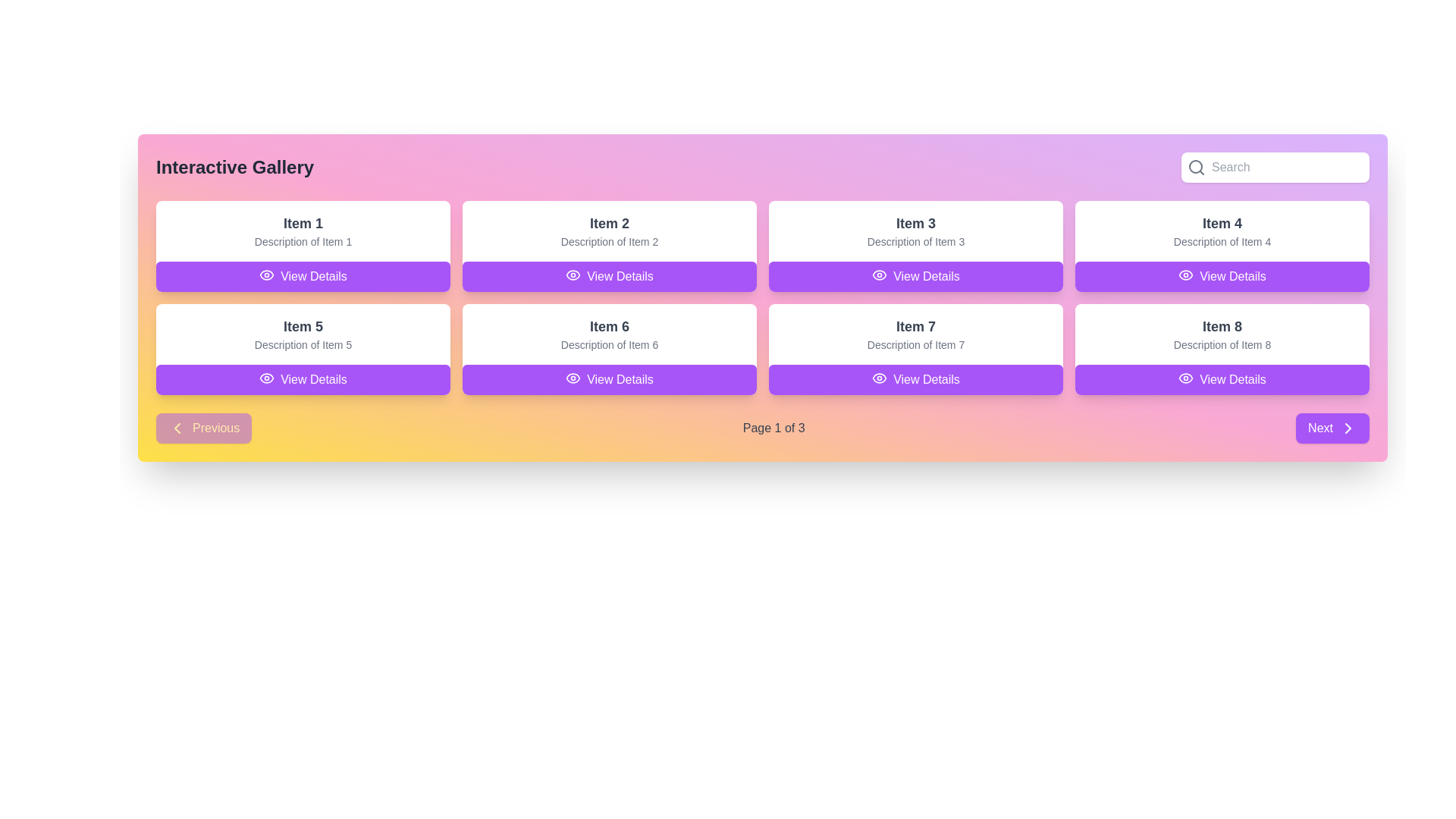  Describe the element at coordinates (303, 379) in the screenshot. I see `the button for 'Item 5' located in the second row, first column of the grid` at that location.